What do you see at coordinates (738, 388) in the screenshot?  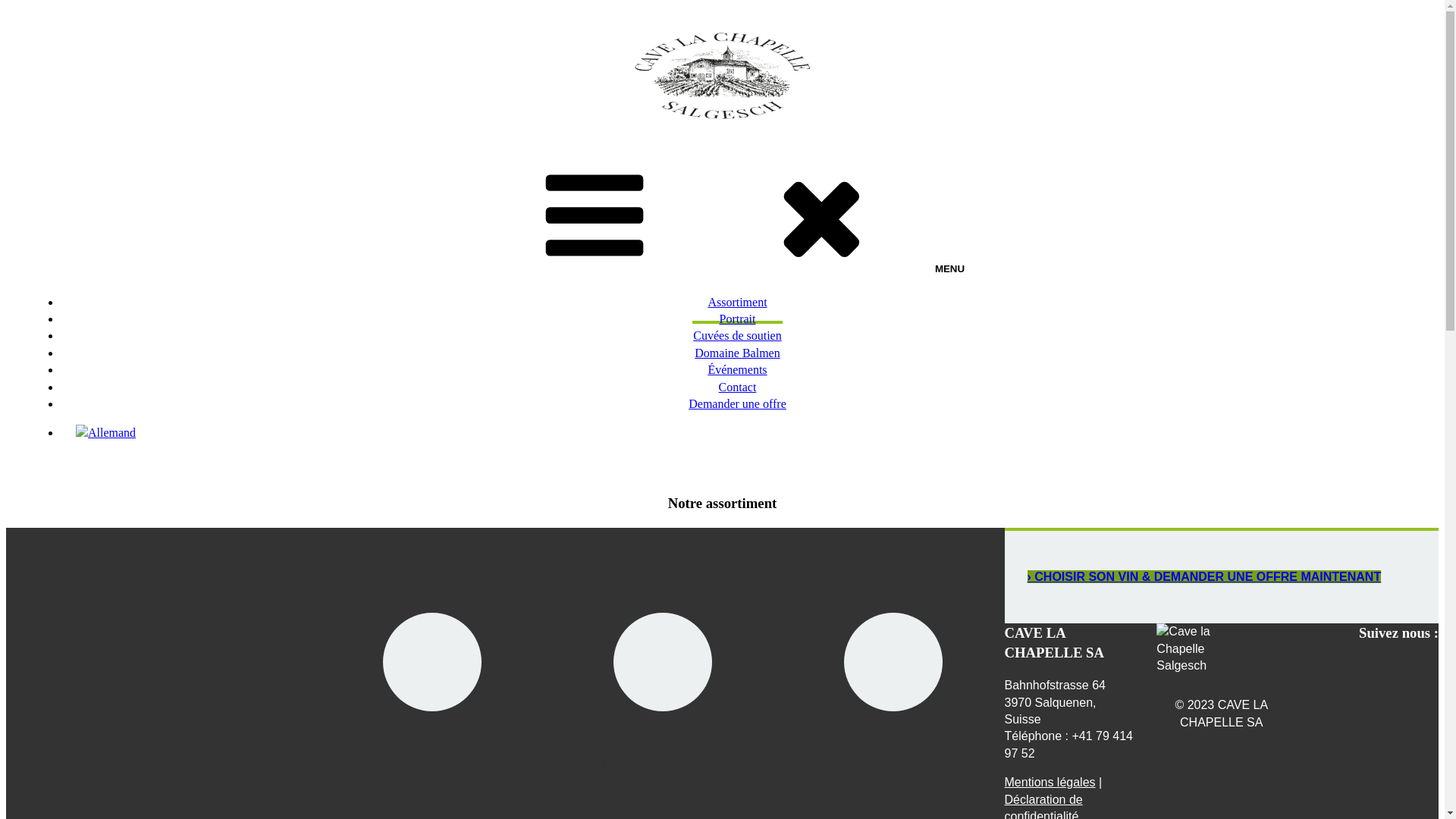 I see `'Contact'` at bounding box center [738, 388].